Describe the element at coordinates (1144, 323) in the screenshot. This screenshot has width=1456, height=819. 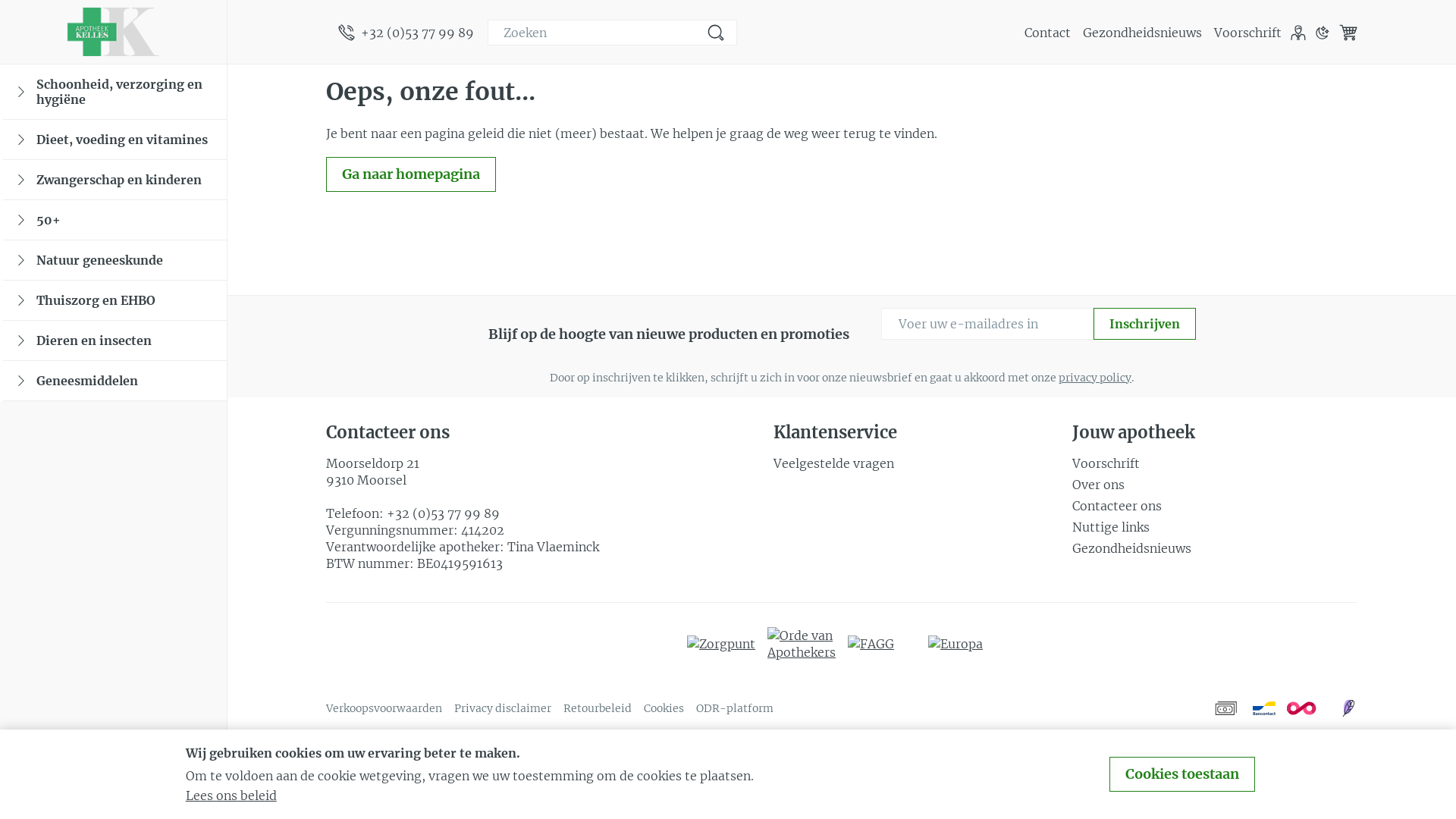
I see `'Inschrijven'` at that location.